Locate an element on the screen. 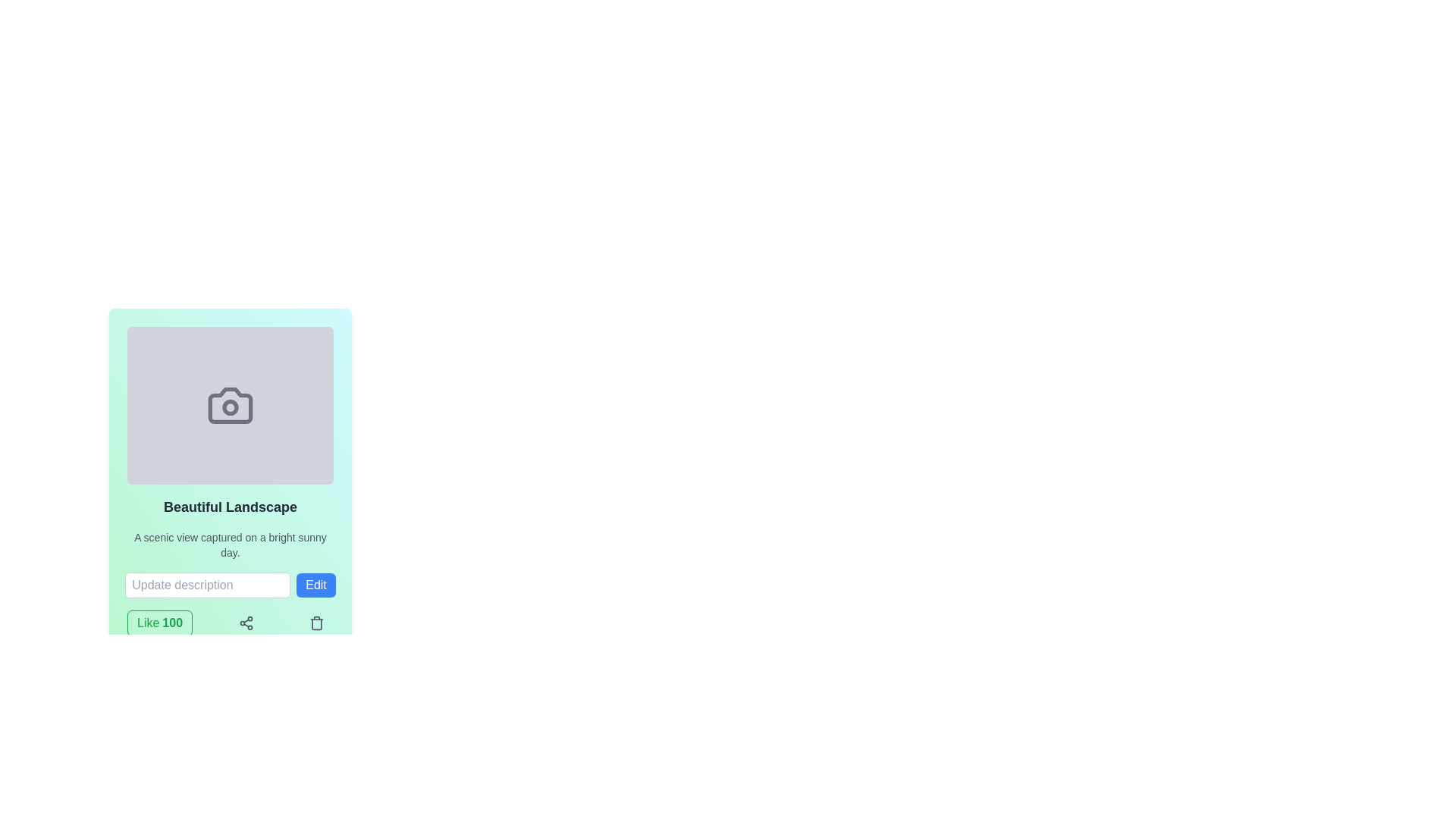 The width and height of the screenshot is (1456, 819). the 'Share' button, which is the second icon from the right in a row of interactive icons, located between the green 'Like' button and a trash bin icon, to activate the hover effect is located at coordinates (246, 623).